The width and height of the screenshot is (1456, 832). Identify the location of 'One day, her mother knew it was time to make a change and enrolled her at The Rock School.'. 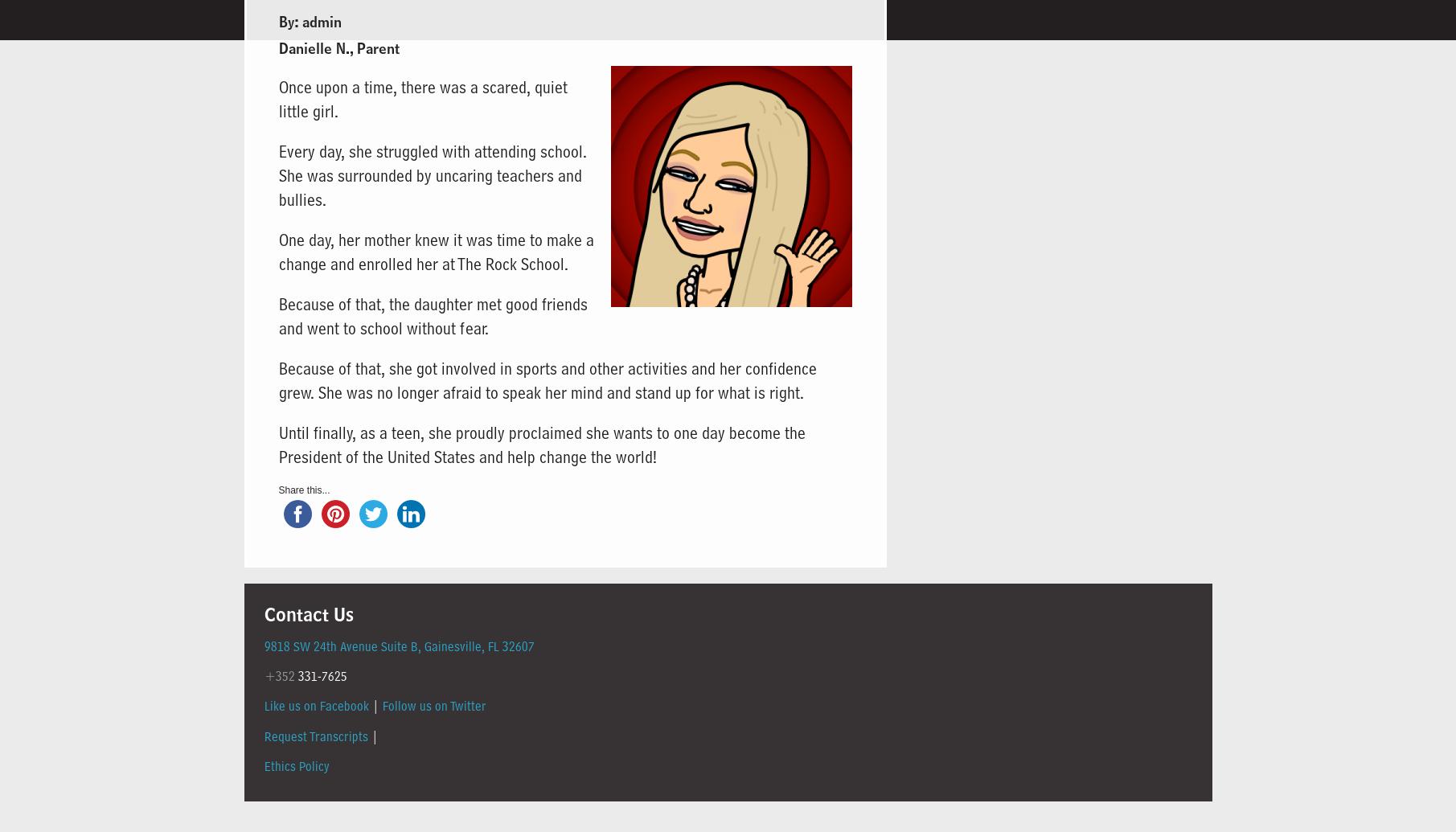
(435, 251).